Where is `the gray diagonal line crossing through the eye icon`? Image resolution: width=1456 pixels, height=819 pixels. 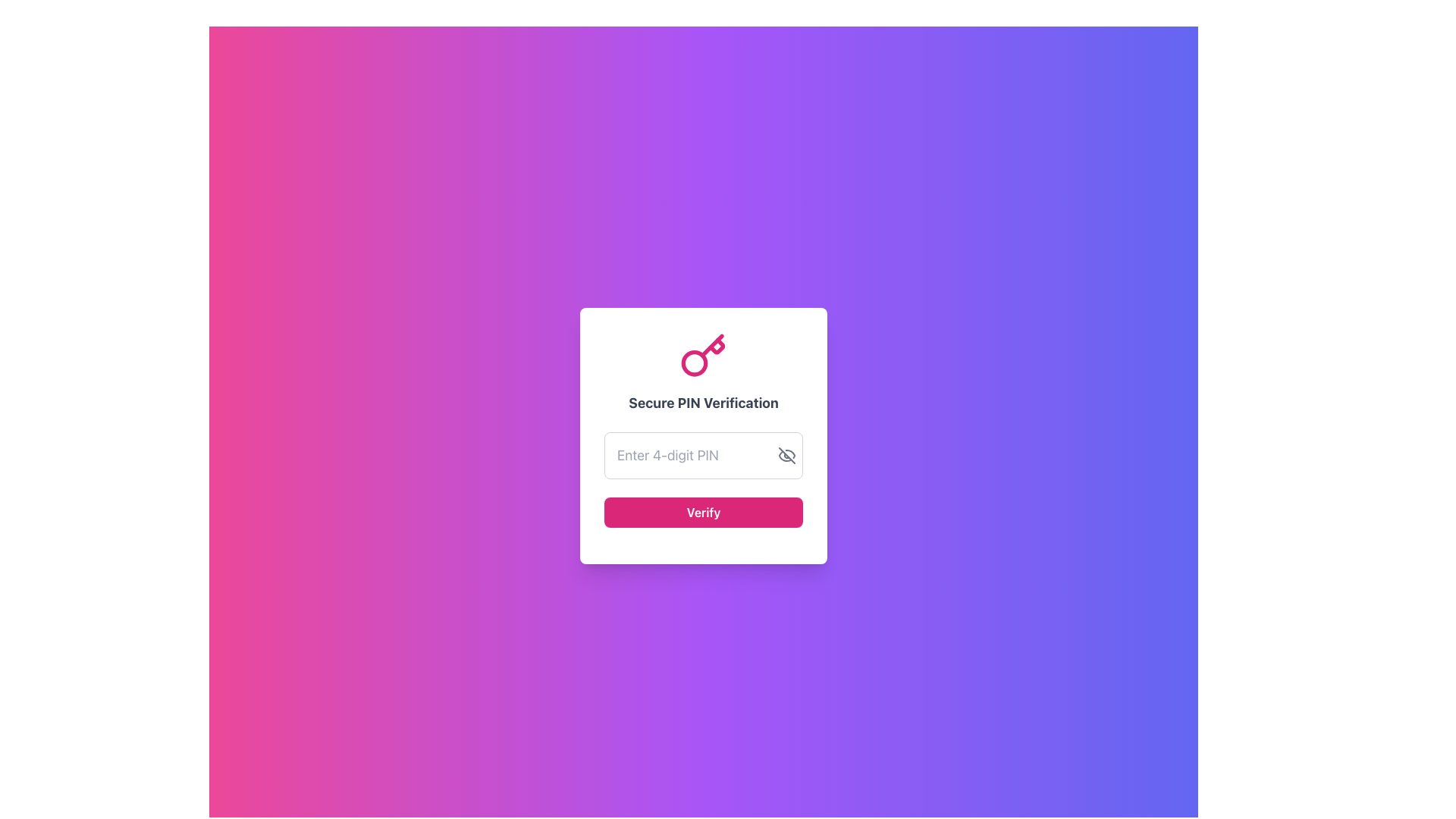
the gray diagonal line crossing through the eye icon is located at coordinates (786, 455).